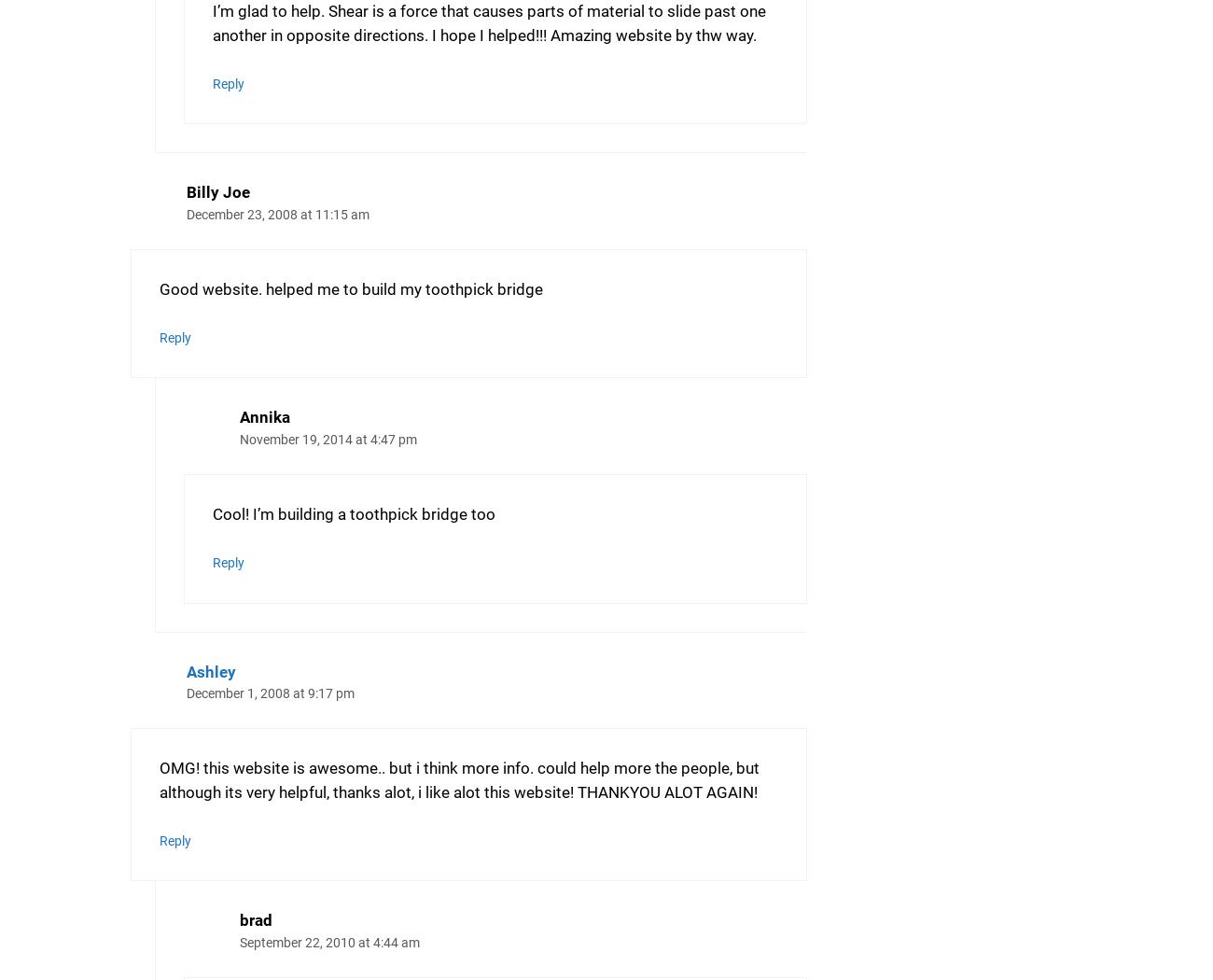  Describe the element at coordinates (277, 214) in the screenshot. I see `'December 23, 2008 at 11:15 am'` at that location.